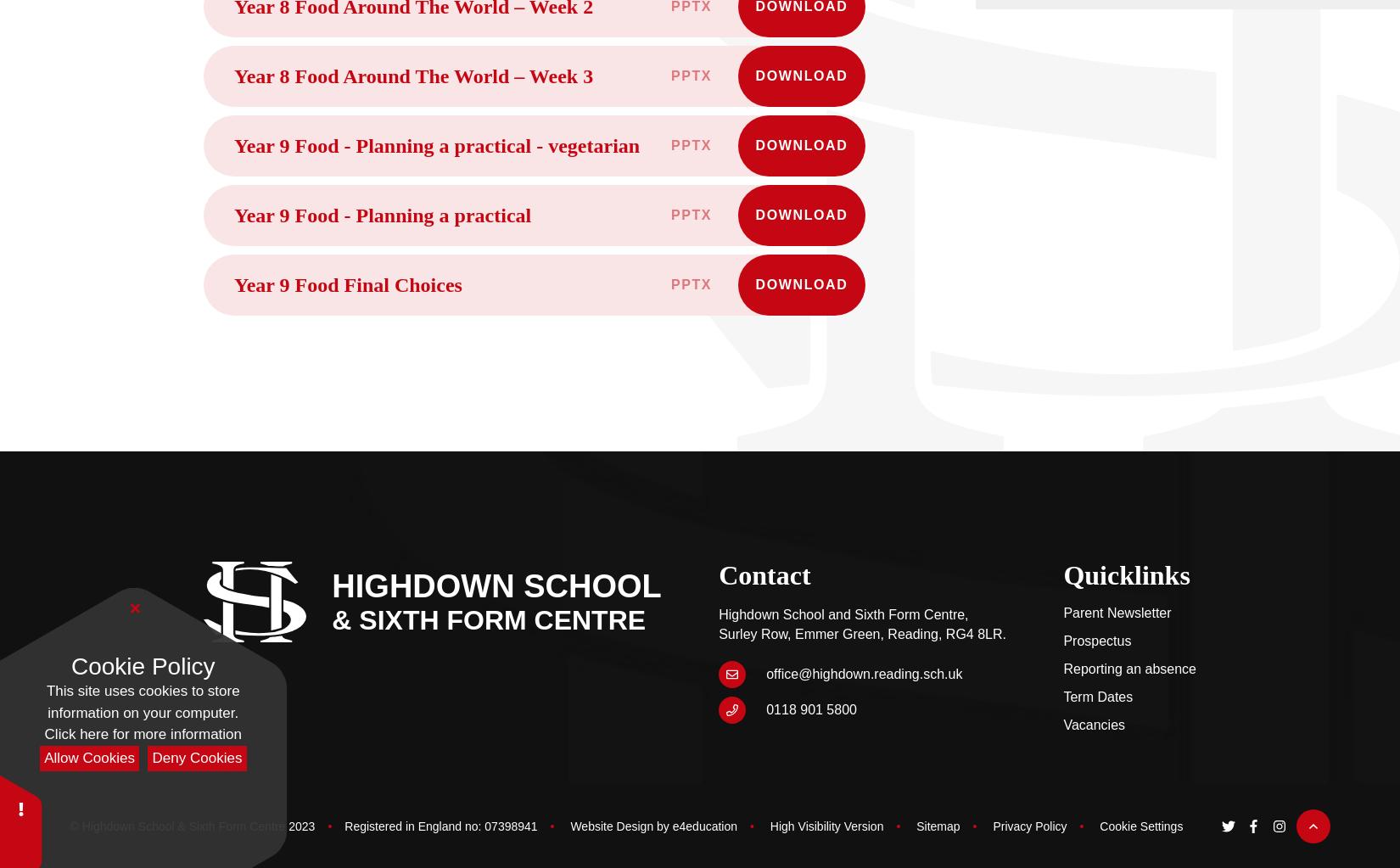  Describe the element at coordinates (440, 826) in the screenshot. I see `'Registered in England no: 07398941'` at that location.